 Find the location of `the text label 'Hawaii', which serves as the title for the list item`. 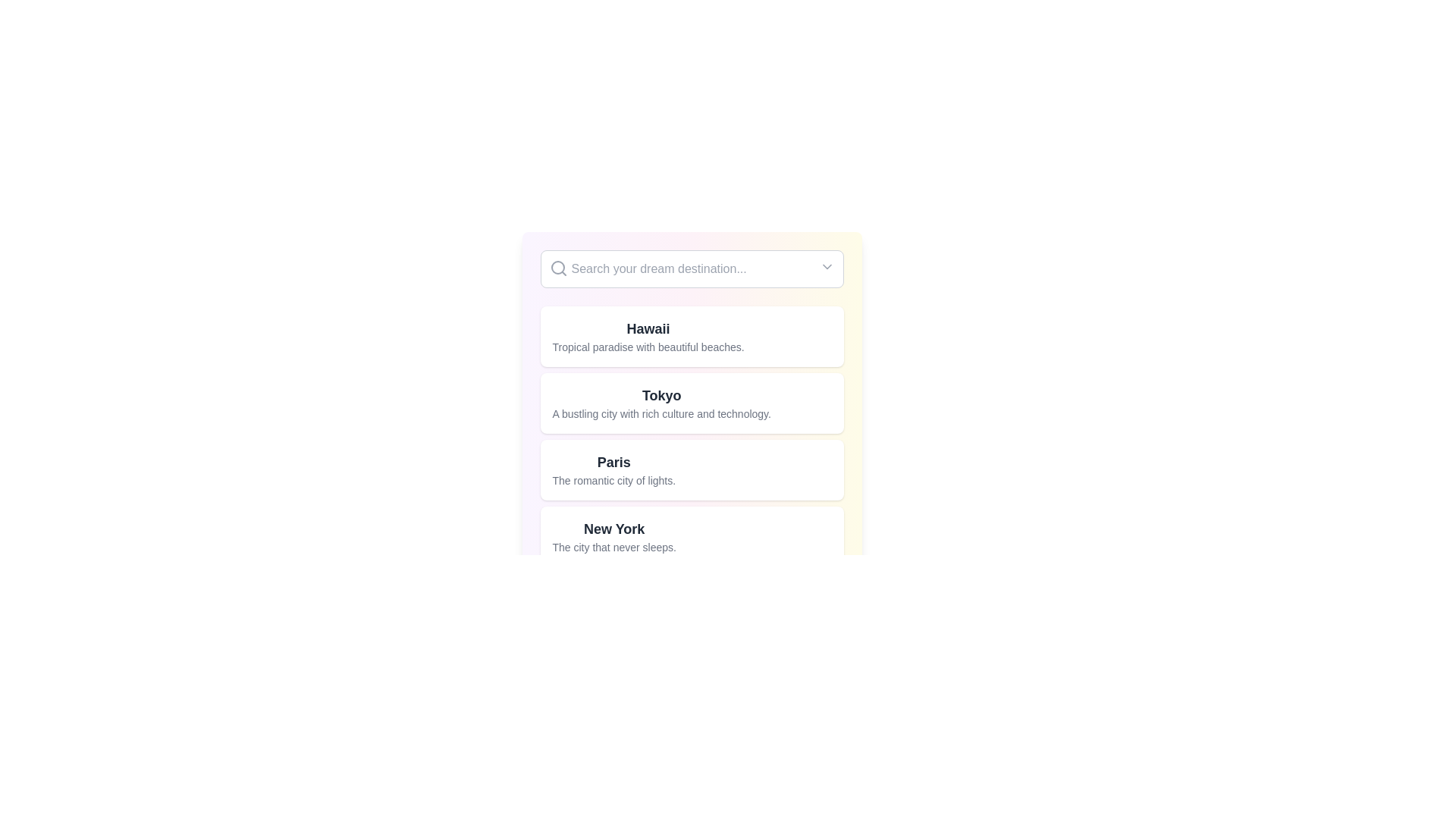

the text label 'Hawaii', which serves as the title for the list item is located at coordinates (648, 328).